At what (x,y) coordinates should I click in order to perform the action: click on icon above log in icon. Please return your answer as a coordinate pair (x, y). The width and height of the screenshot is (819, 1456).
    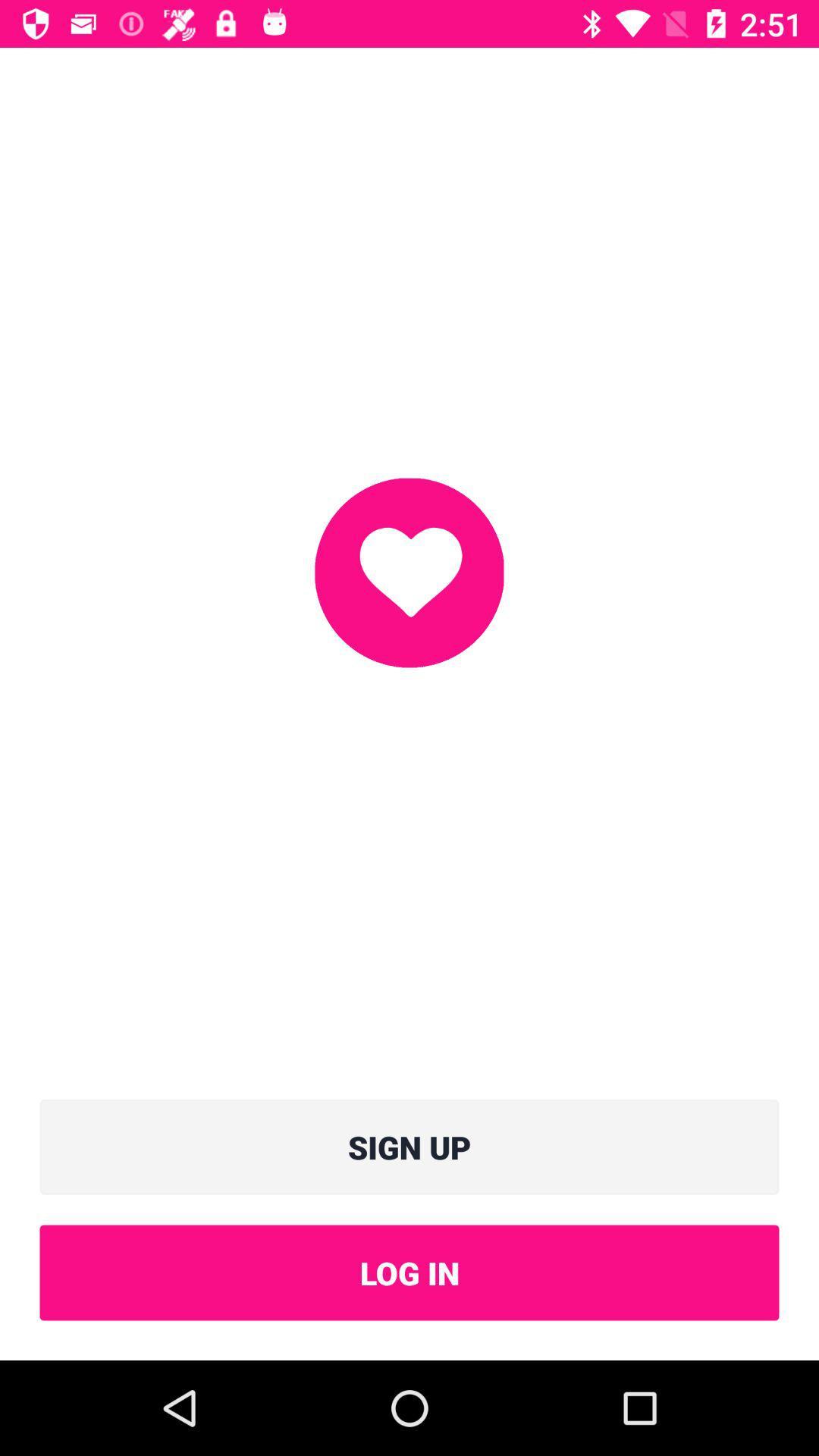
    Looking at the image, I should click on (409, 1147).